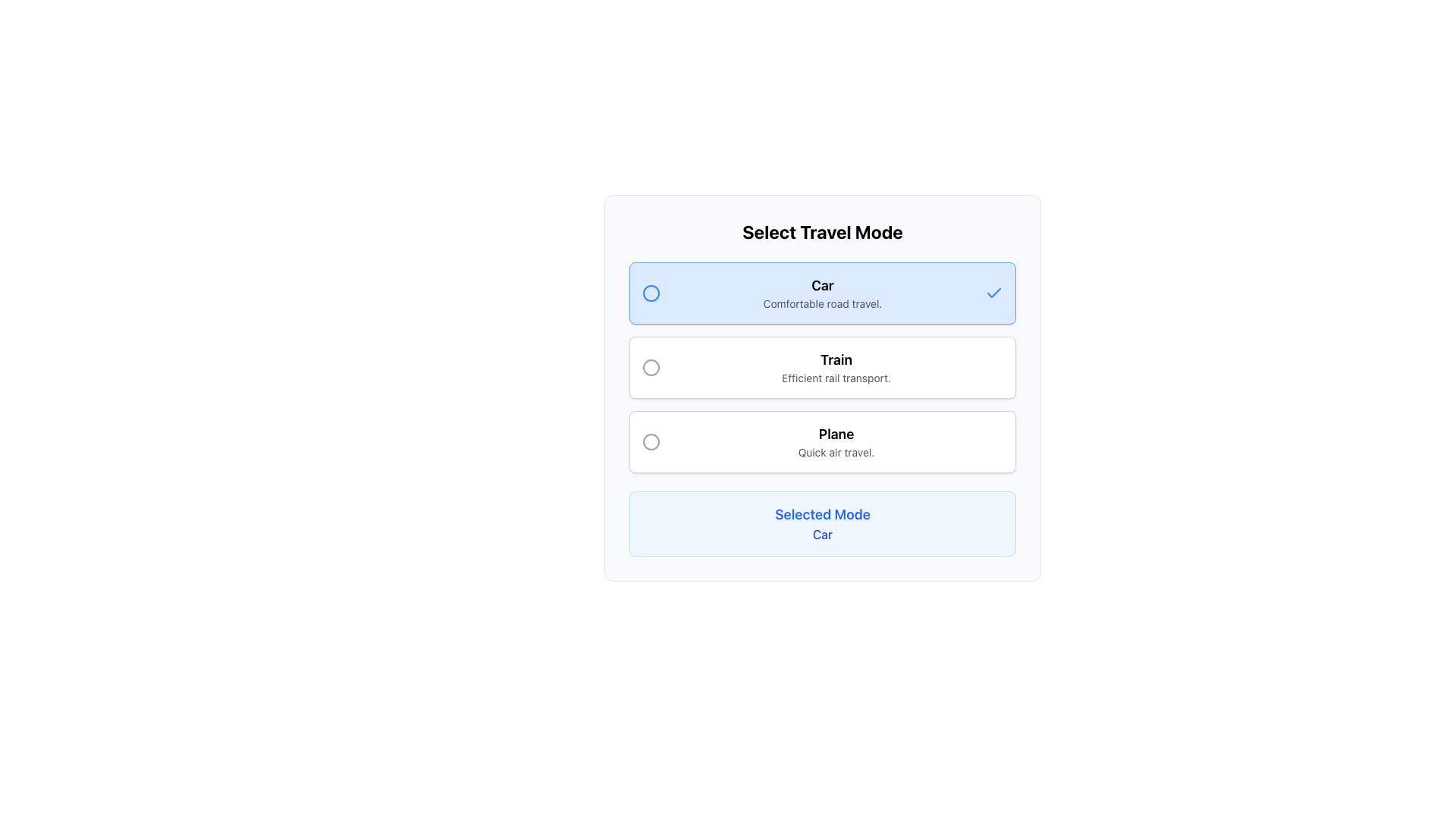 This screenshot has height=819, width=1456. I want to click on the 'Car' selection option in the travel mode menu, so click(821, 293).